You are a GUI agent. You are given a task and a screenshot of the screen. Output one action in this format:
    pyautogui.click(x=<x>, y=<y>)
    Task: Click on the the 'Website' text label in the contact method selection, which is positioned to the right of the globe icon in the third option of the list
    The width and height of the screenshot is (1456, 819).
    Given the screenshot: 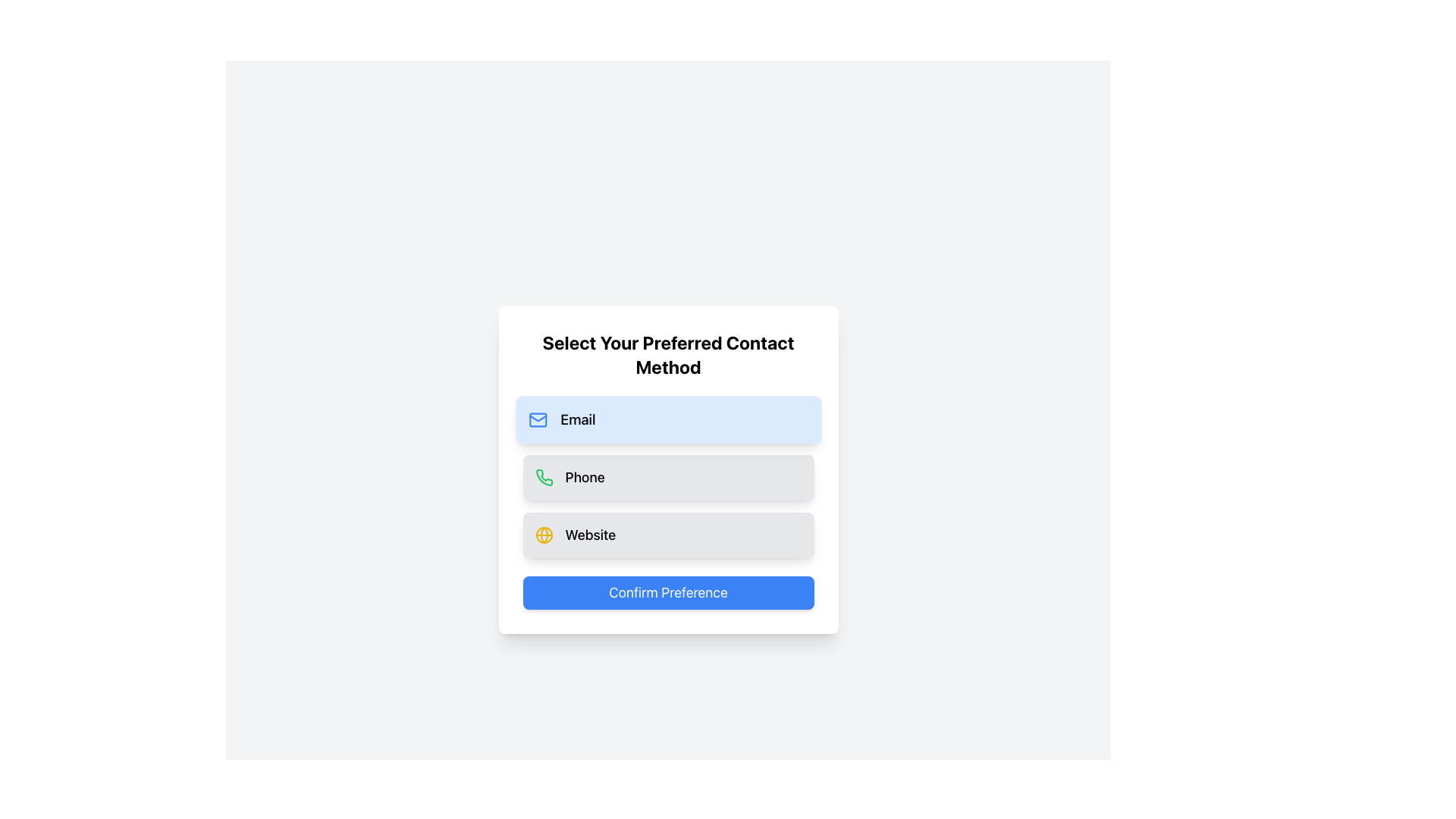 What is the action you would take?
    pyautogui.click(x=589, y=534)
    